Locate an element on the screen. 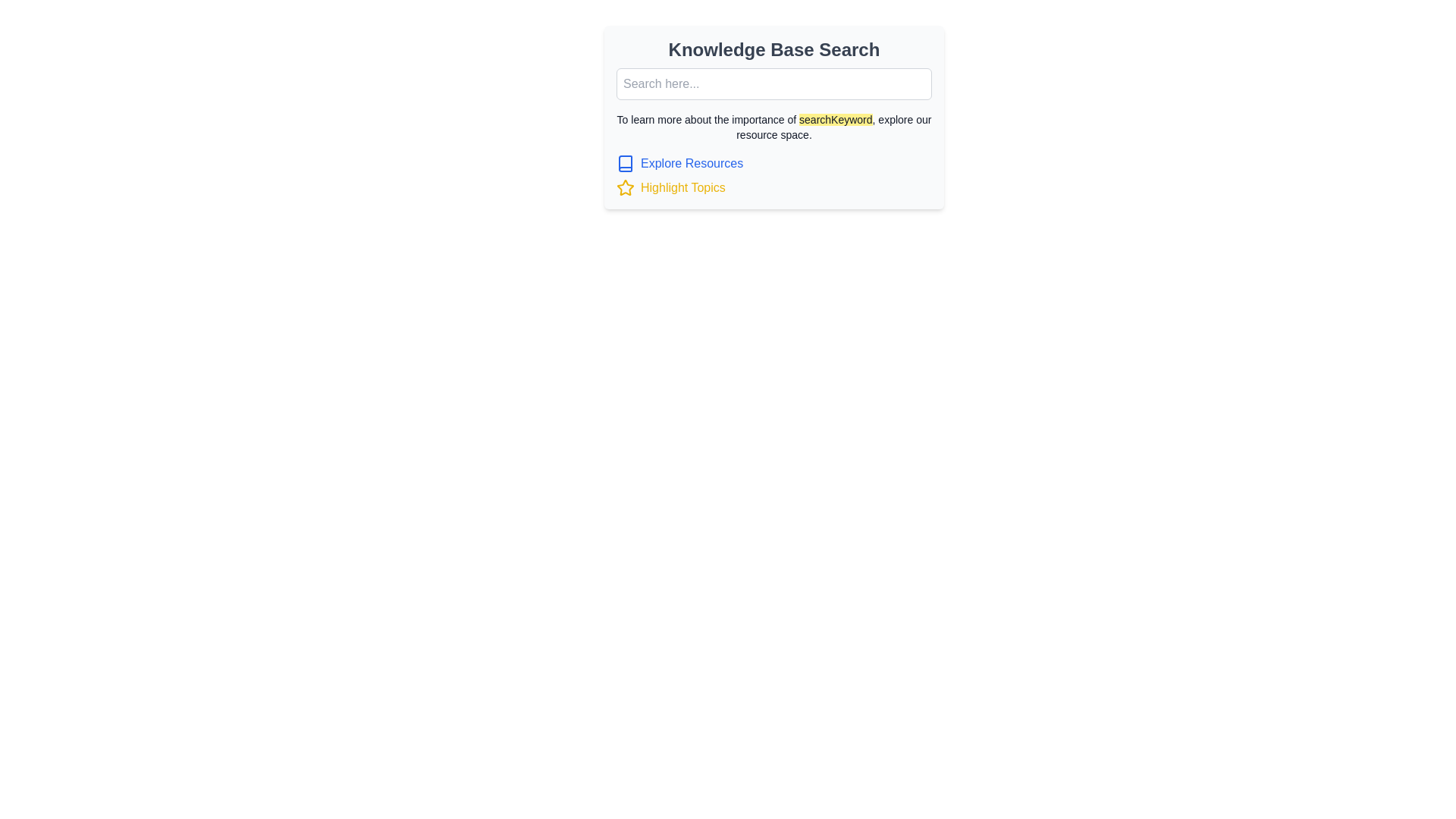  attention on the heading text label is located at coordinates (774, 49).